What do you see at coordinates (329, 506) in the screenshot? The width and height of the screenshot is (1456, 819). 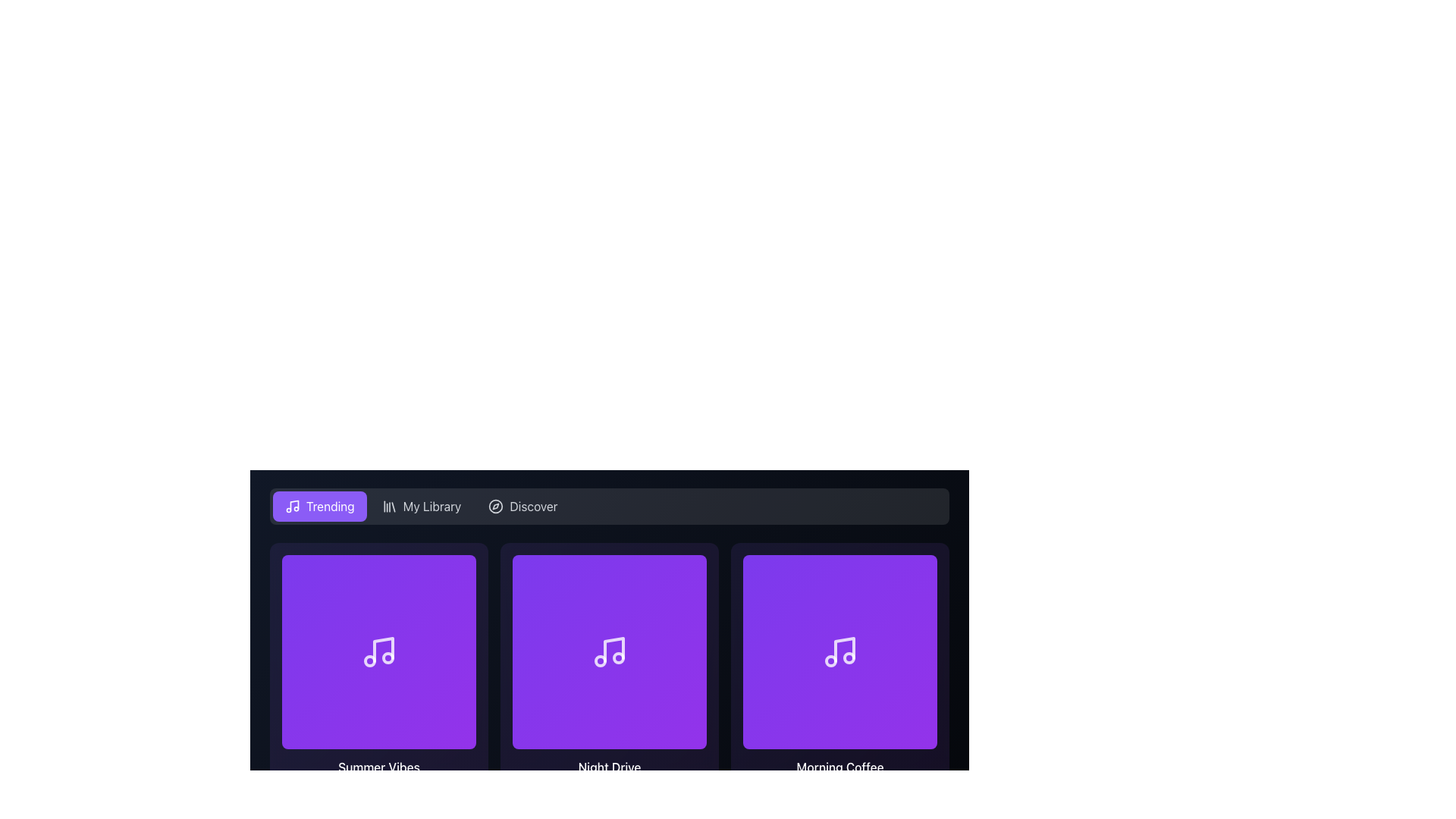 I see `the 'Trending' text label, which is displayed in white on a purple background` at bounding box center [329, 506].